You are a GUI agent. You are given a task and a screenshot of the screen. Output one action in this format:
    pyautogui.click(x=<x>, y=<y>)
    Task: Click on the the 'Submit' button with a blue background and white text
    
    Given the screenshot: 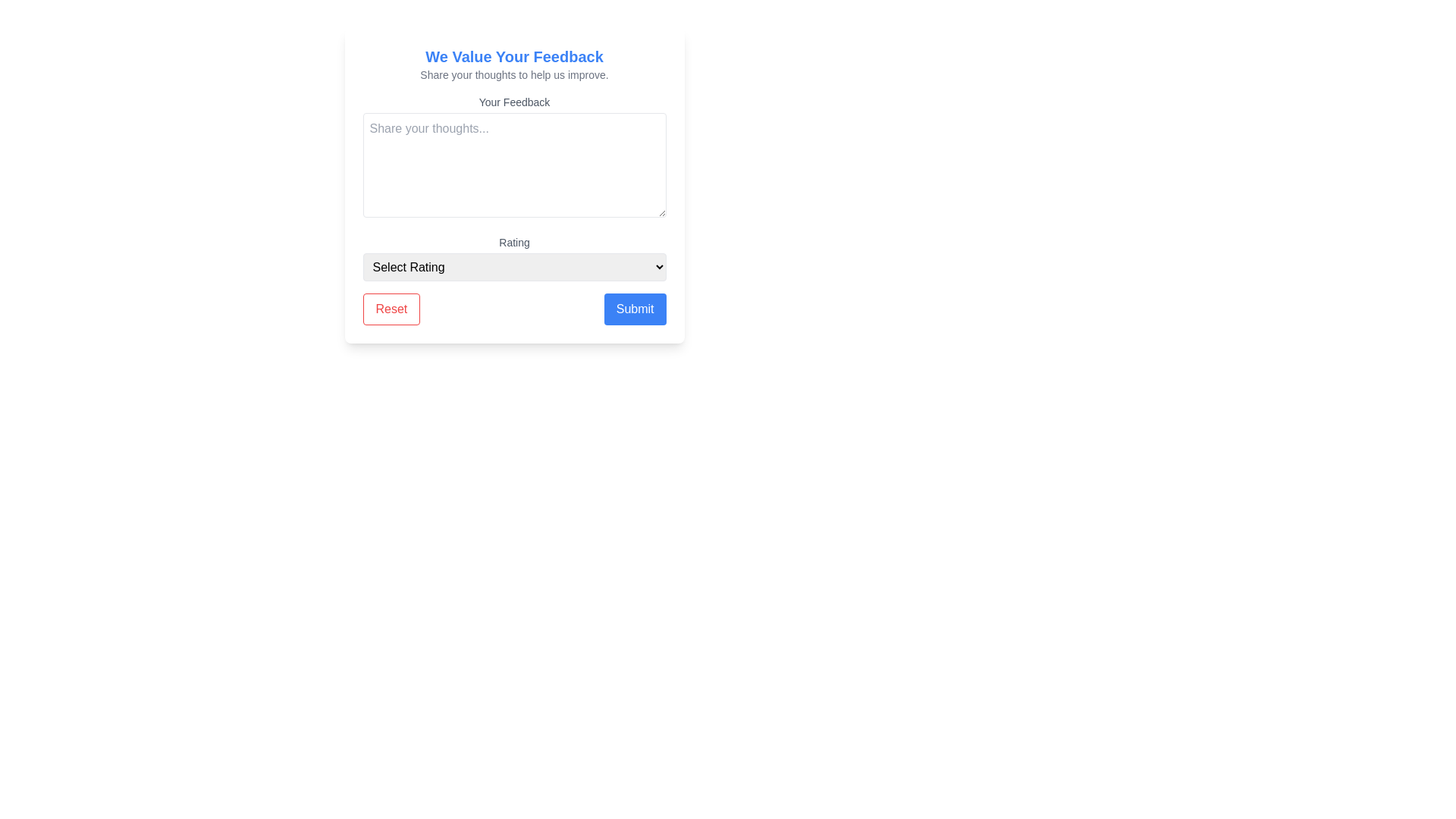 What is the action you would take?
    pyautogui.click(x=635, y=309)
    